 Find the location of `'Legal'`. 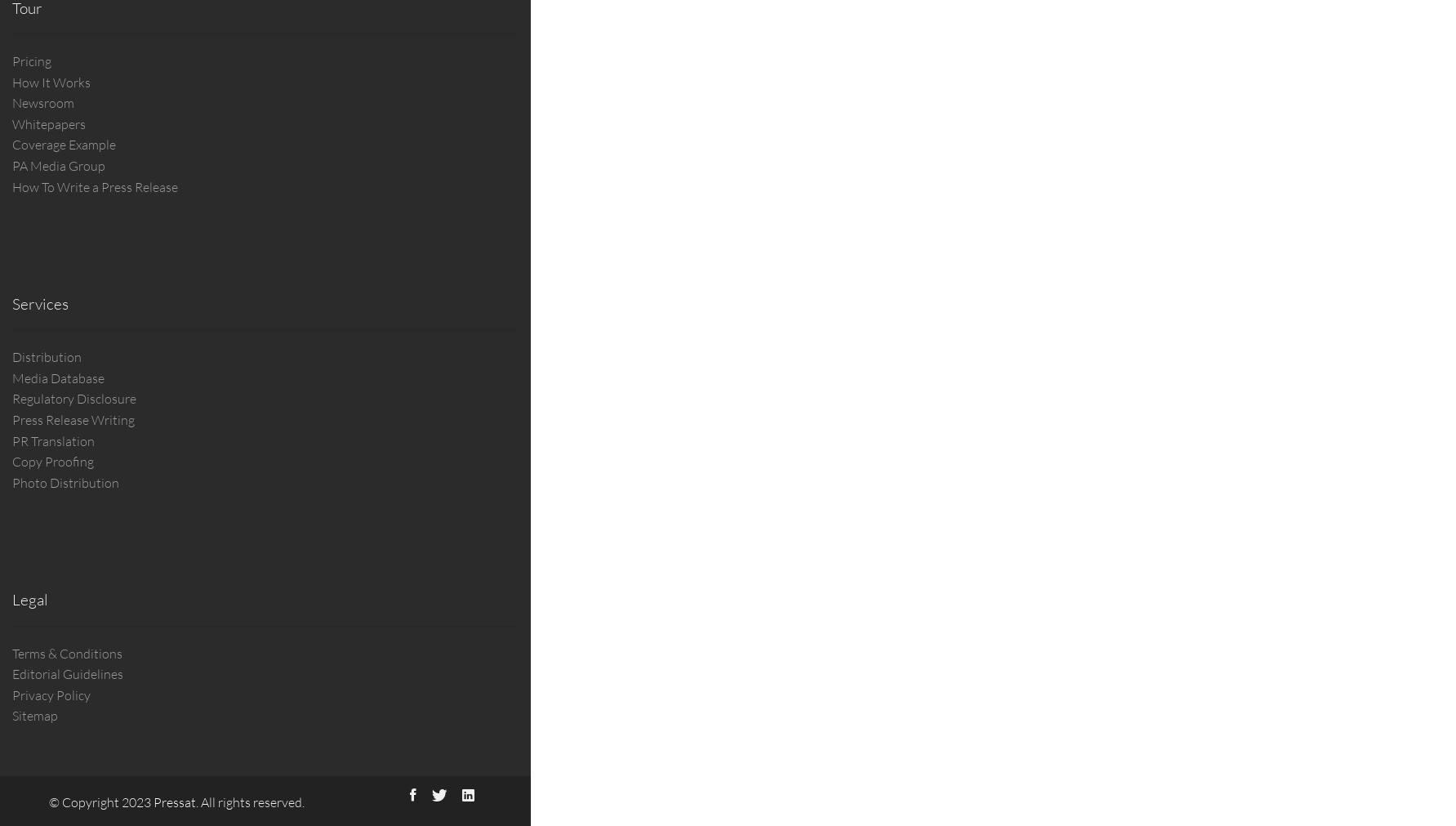

'Legal' is located at coordinates (30, 598).